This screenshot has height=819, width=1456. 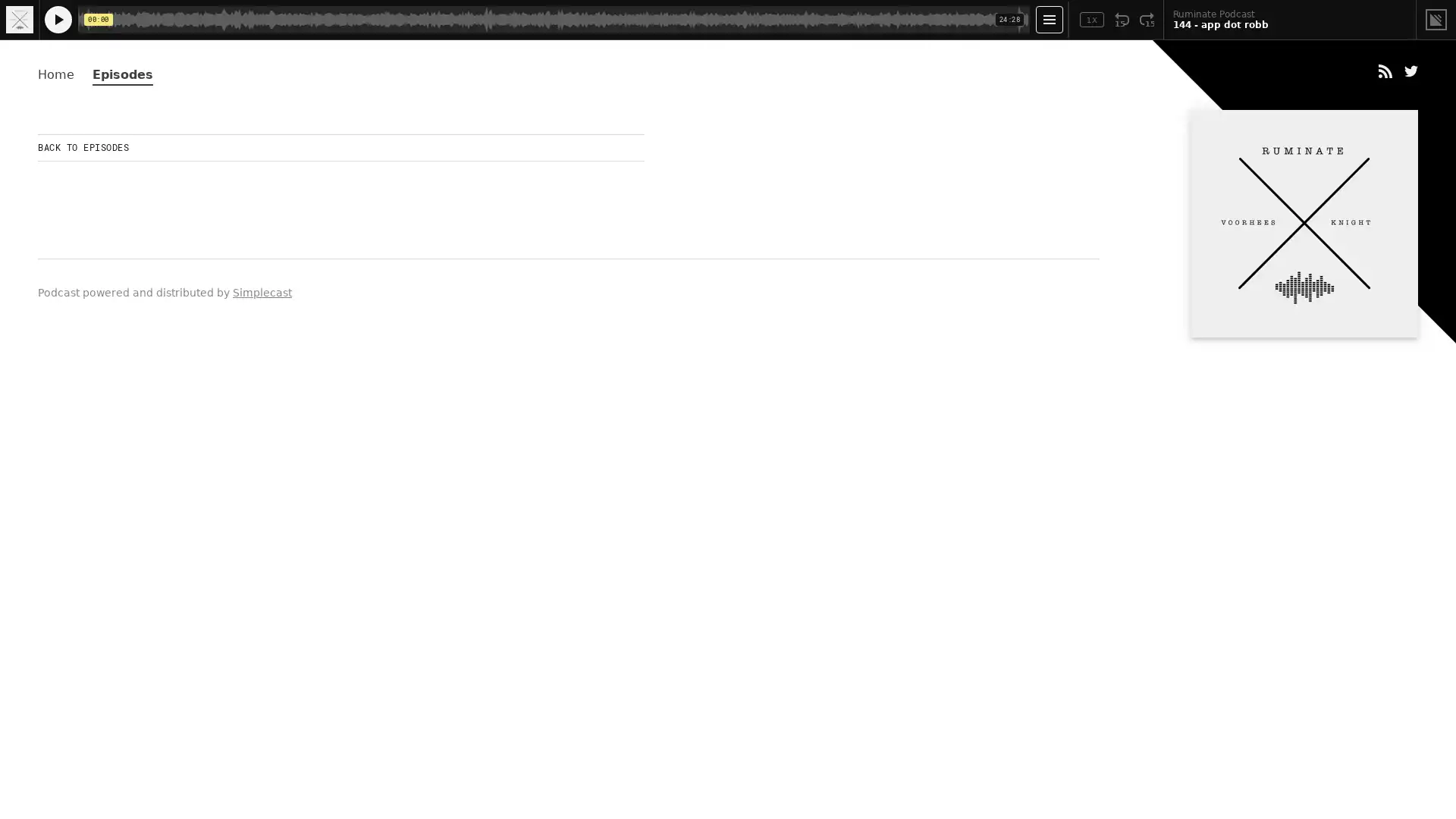 I want to click on Play, so click(x=193, y=203).